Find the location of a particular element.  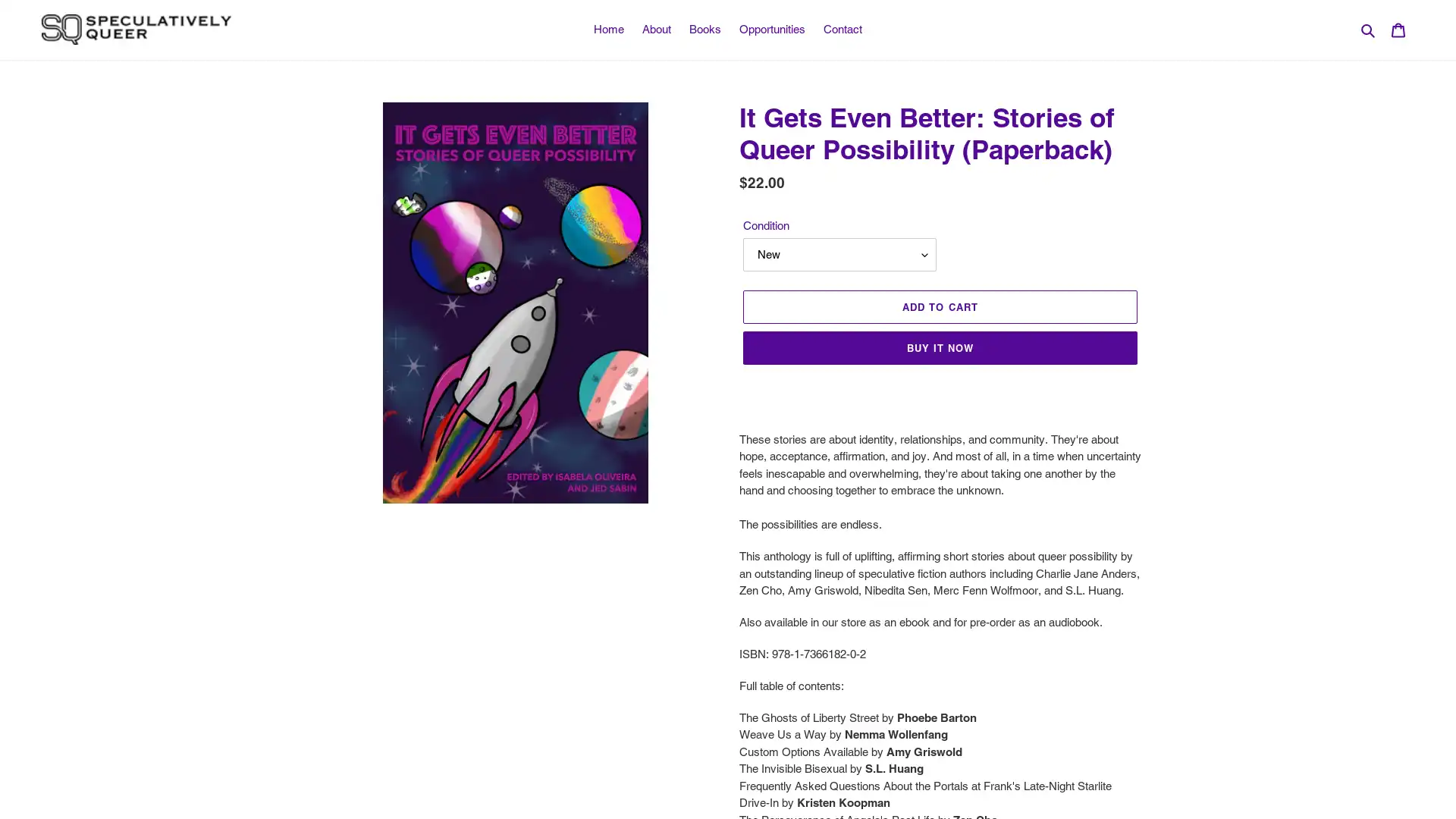

Search is located at coordinates (1369, 29).